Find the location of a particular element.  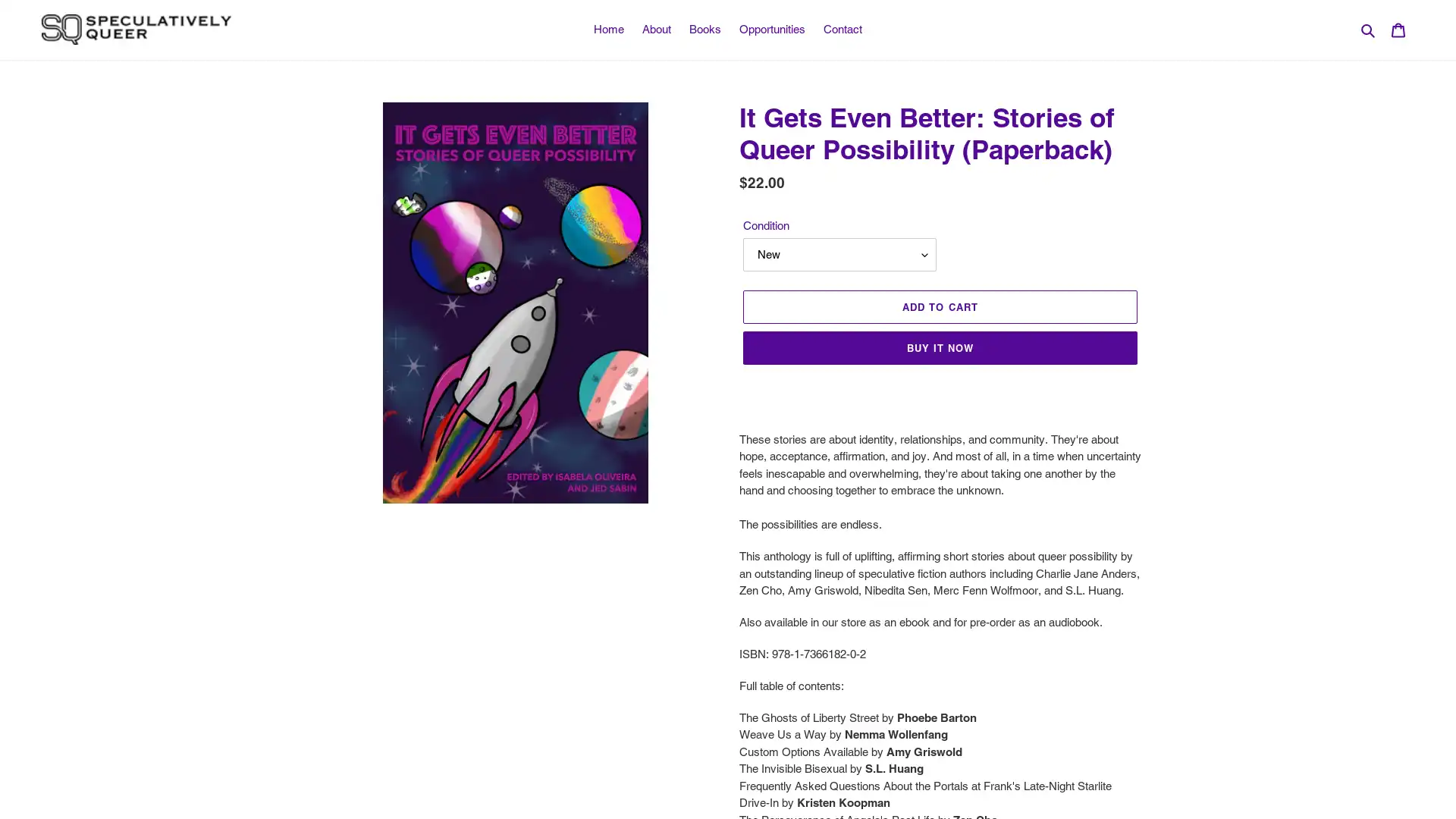

Search is located at coordinates (1369, 29).